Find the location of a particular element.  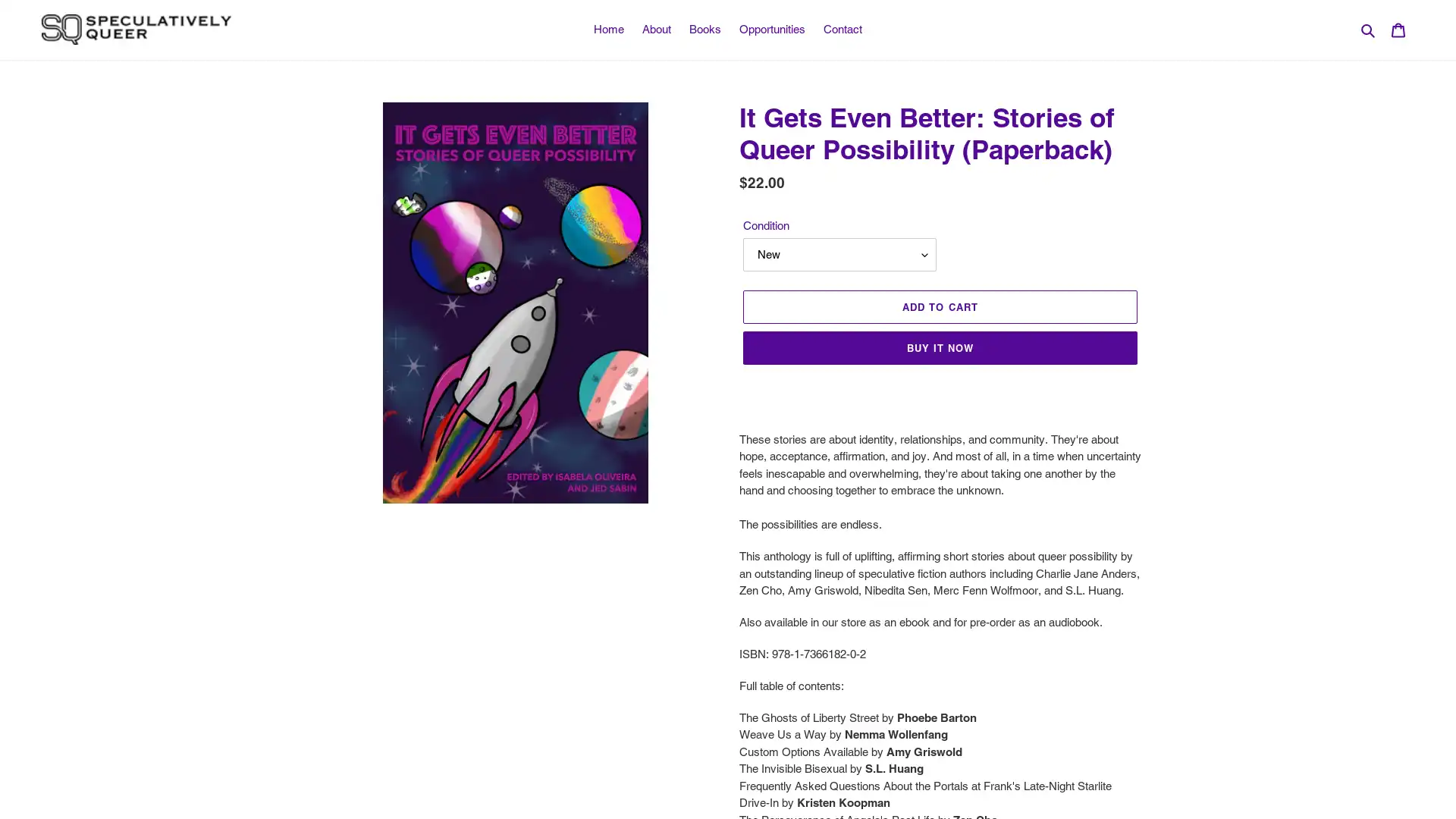

Search is located at coordinates (1369, 29).